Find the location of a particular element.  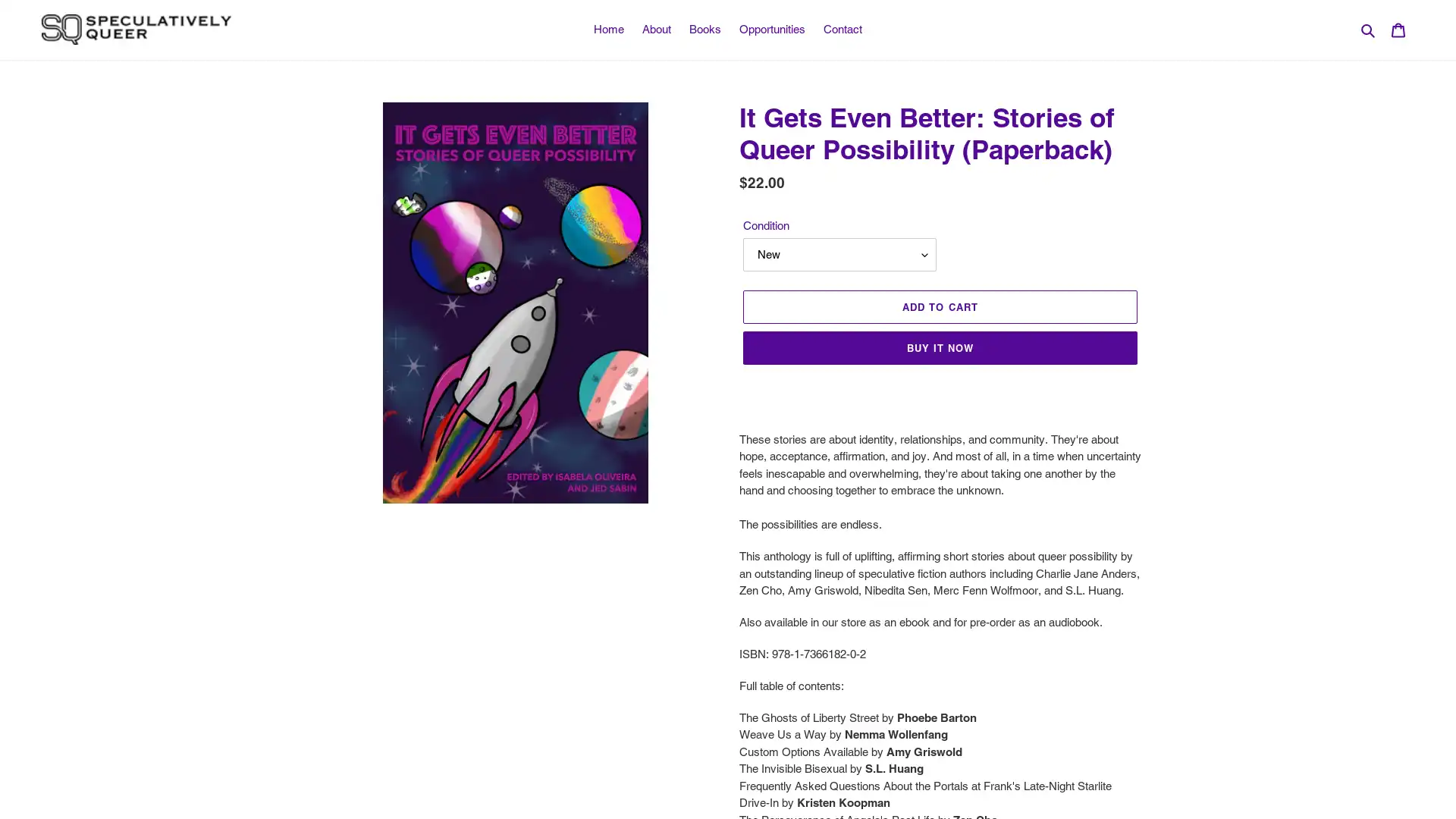

Search is located at coordinates (1369, 29).